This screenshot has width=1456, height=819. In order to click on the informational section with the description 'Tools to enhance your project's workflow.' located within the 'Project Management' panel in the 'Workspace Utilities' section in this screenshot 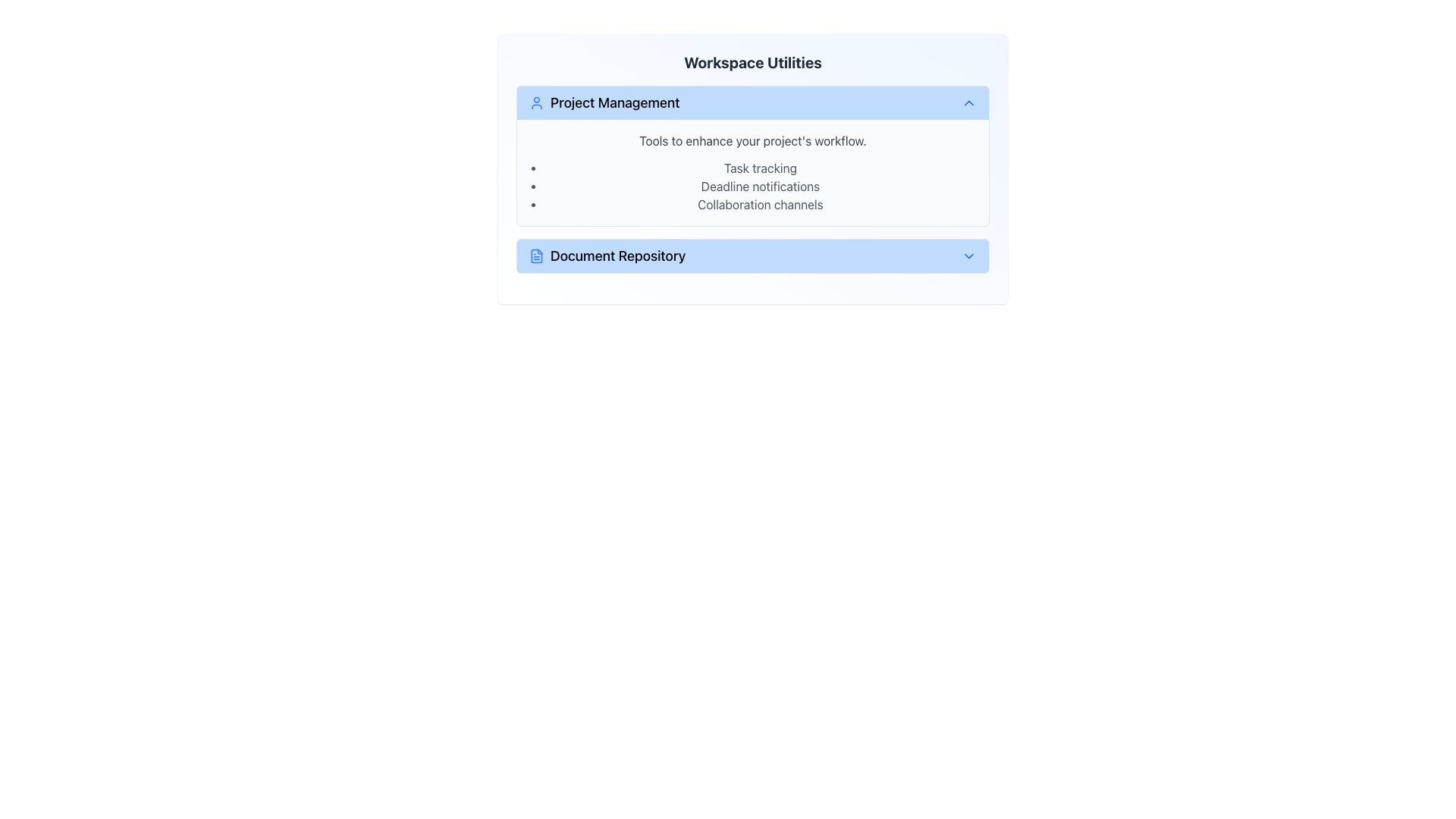, I will do `click(753, 171)`.